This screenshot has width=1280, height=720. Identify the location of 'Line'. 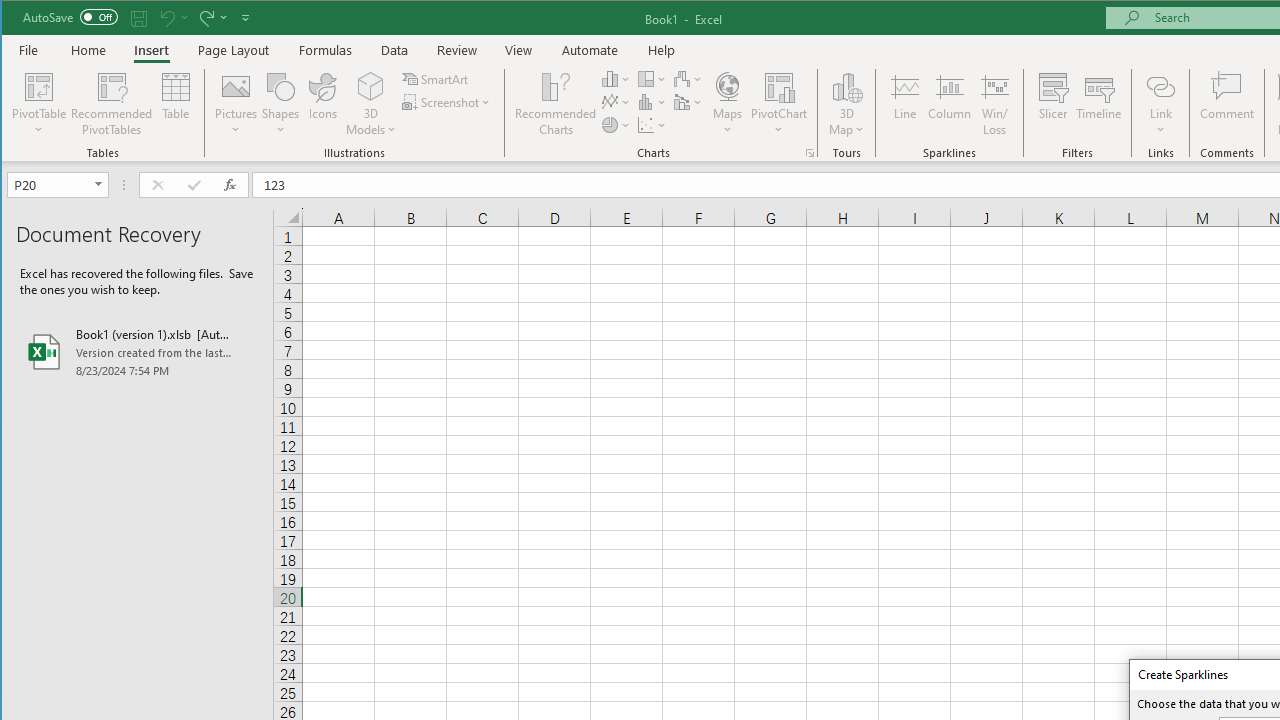
(903, 104).